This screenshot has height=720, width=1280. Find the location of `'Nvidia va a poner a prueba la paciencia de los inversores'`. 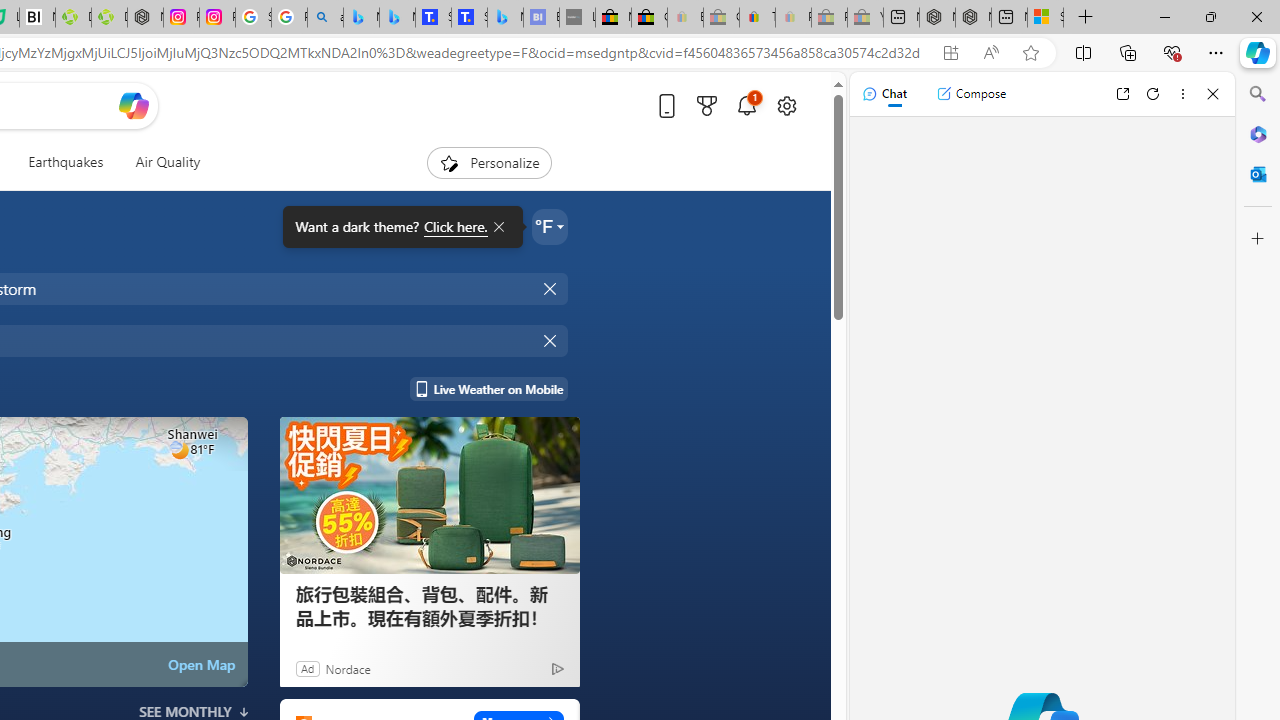

'Nvidia va a poner a prueba la paciencia de los inversores' is located at coordinates (37, 17).